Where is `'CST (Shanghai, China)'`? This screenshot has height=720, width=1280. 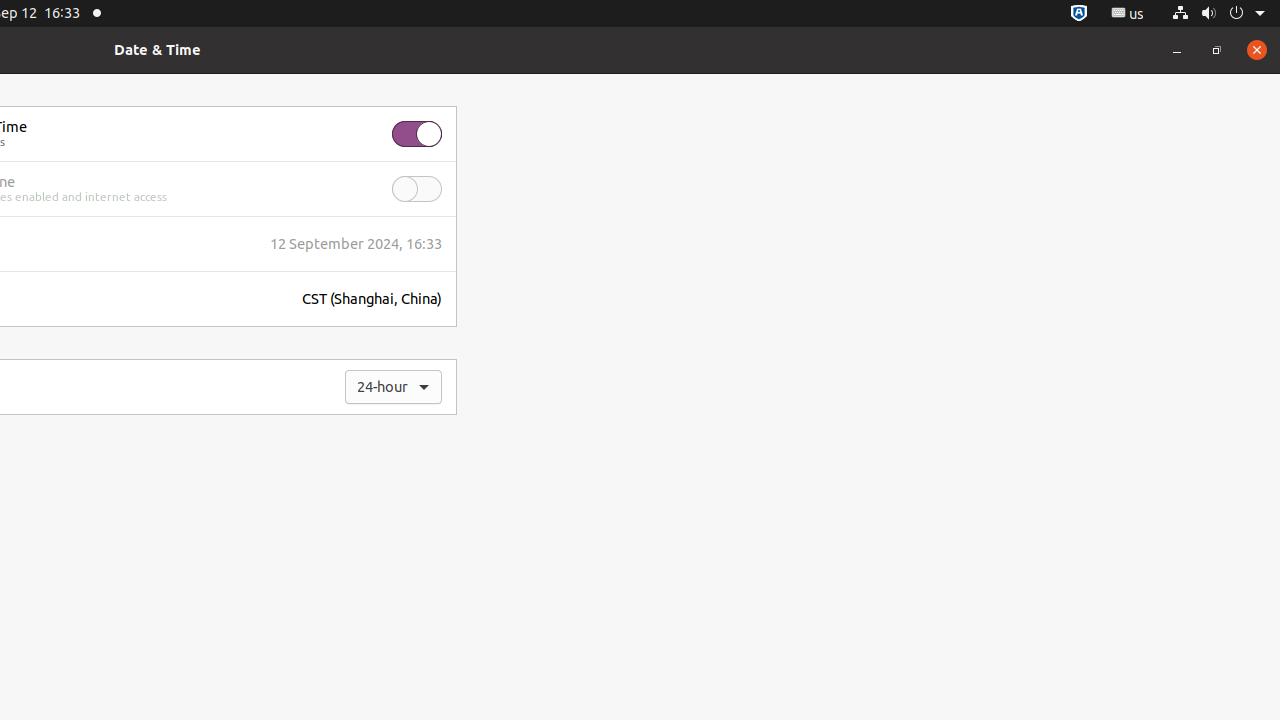 'CST (Shanghai, China)' is located at coordinates (371, 299).